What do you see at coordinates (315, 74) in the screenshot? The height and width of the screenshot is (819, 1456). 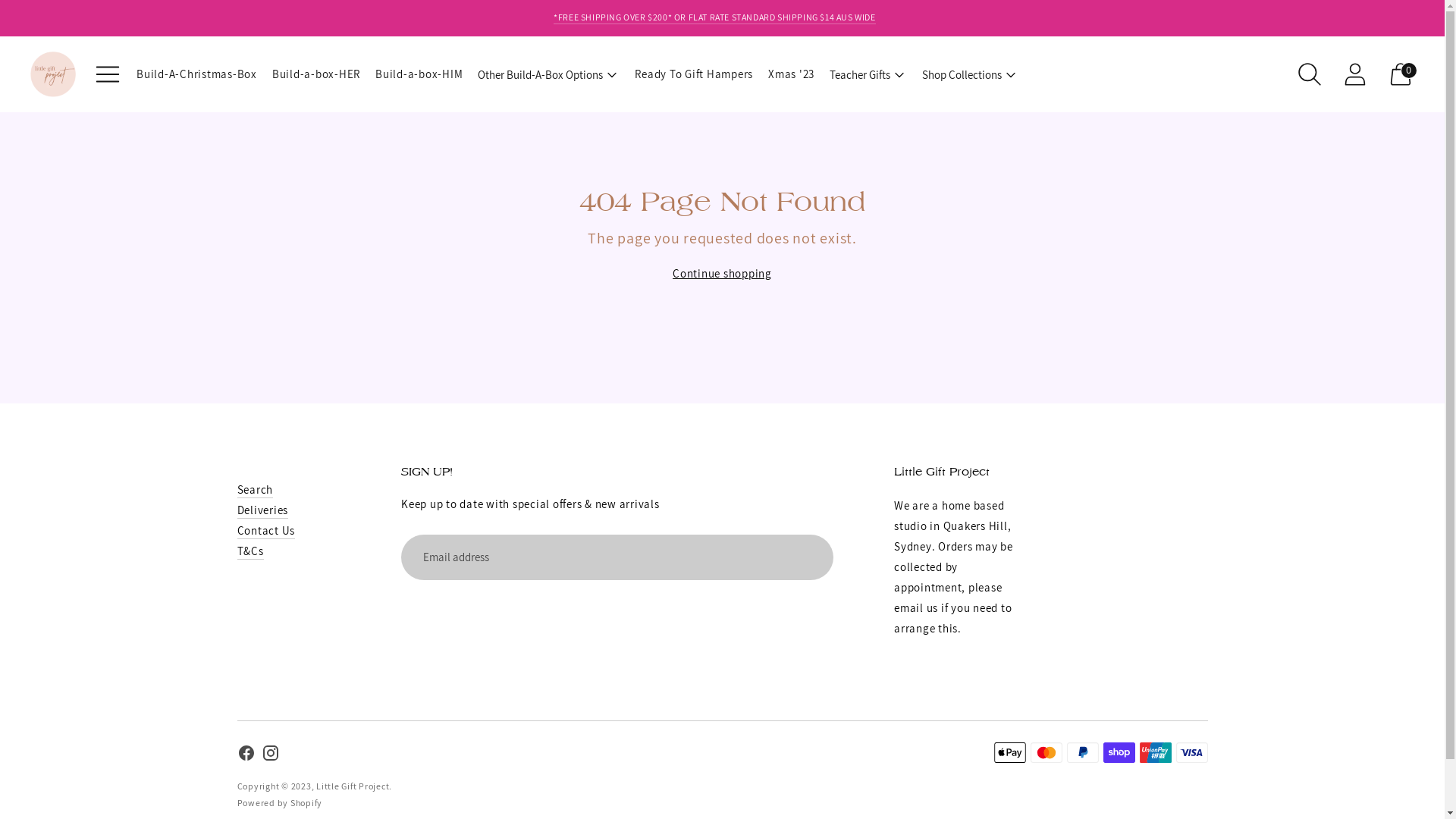 I see `'Build-a-box-HER'` at bounding box center [315, 74].